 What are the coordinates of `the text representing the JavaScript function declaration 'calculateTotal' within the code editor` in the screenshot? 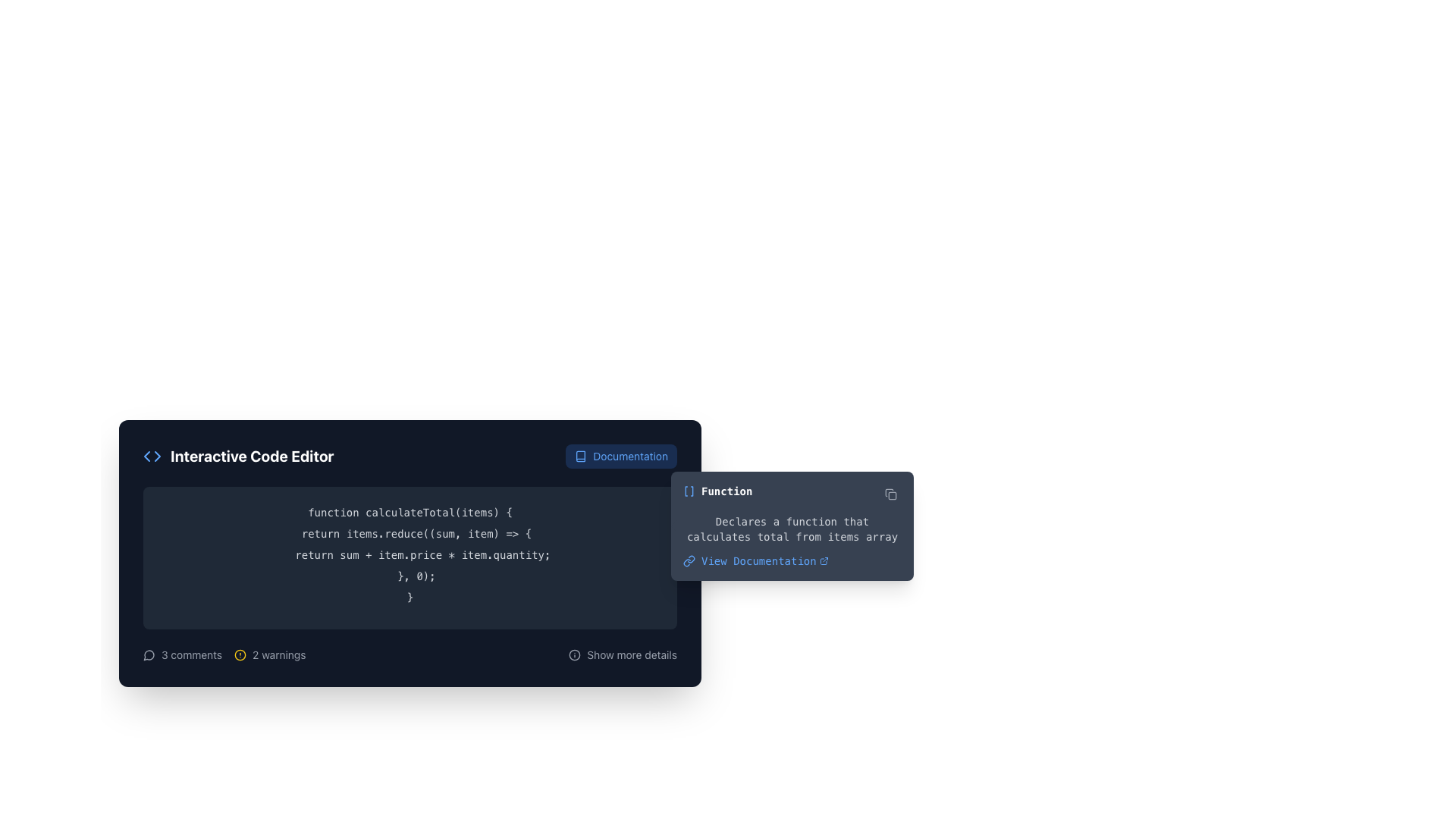 It's located at (410, 512).